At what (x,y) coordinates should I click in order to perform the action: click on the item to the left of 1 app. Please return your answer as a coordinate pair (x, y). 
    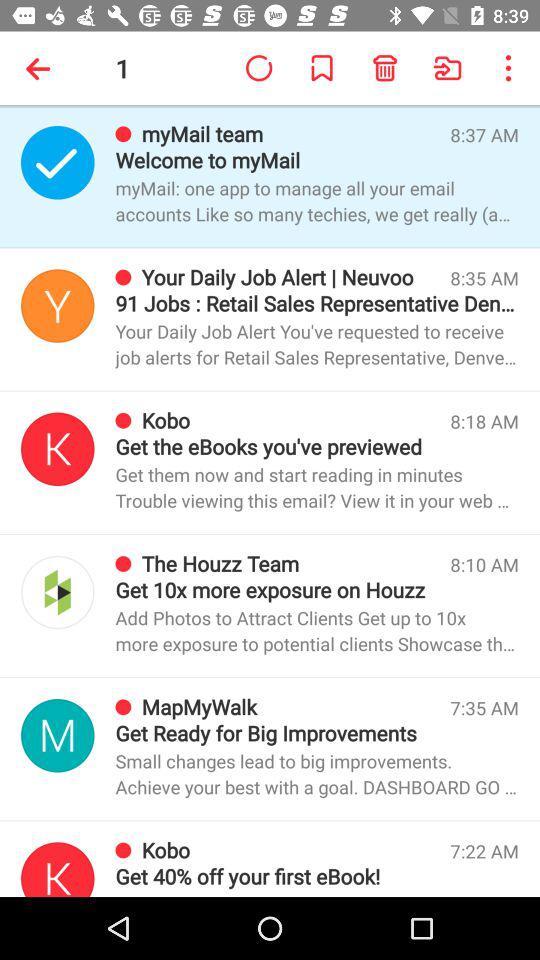
    Looking at the image, I should click on (42, 68).